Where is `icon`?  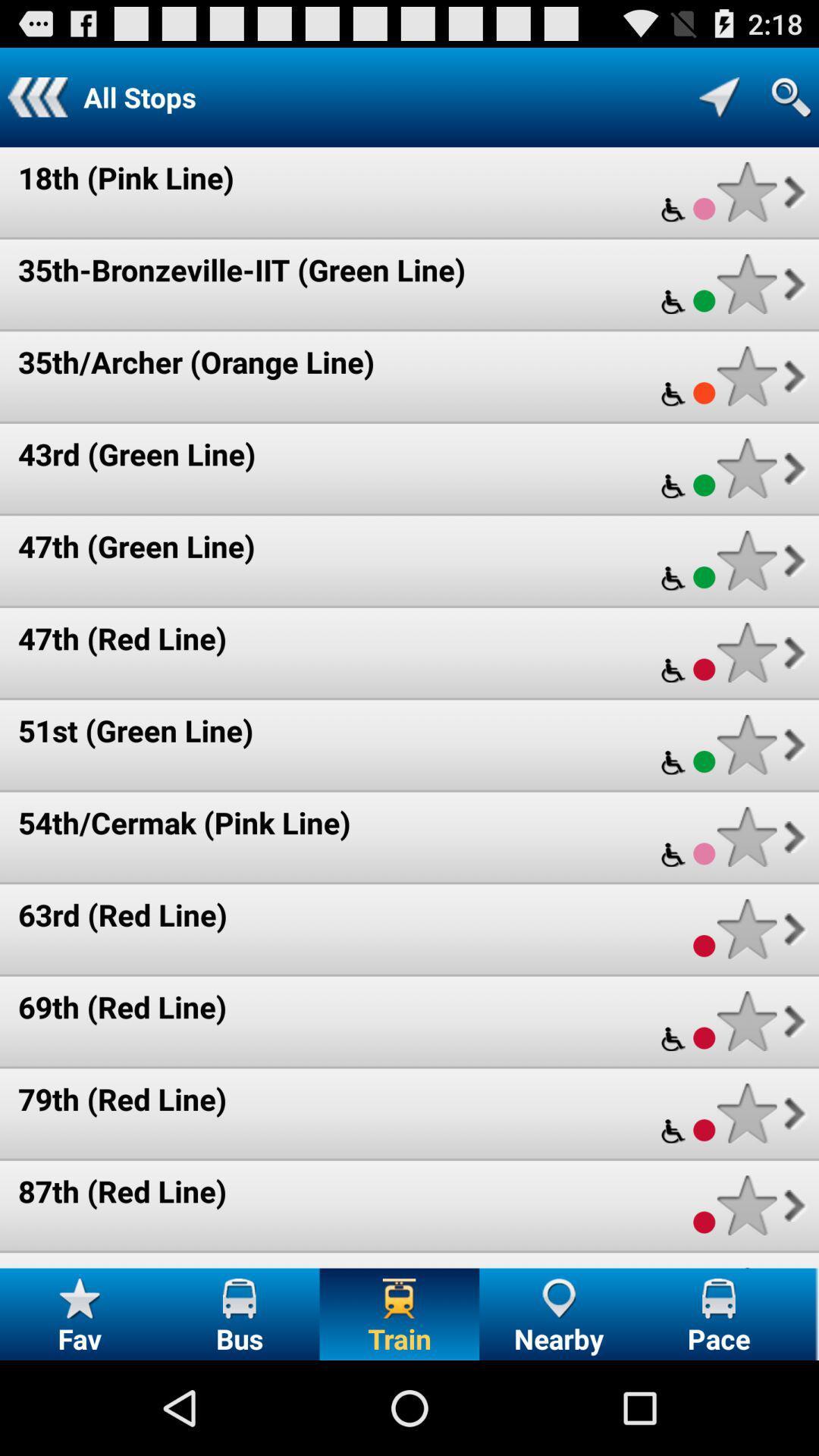 icon is located at coordinates (746, 1204).